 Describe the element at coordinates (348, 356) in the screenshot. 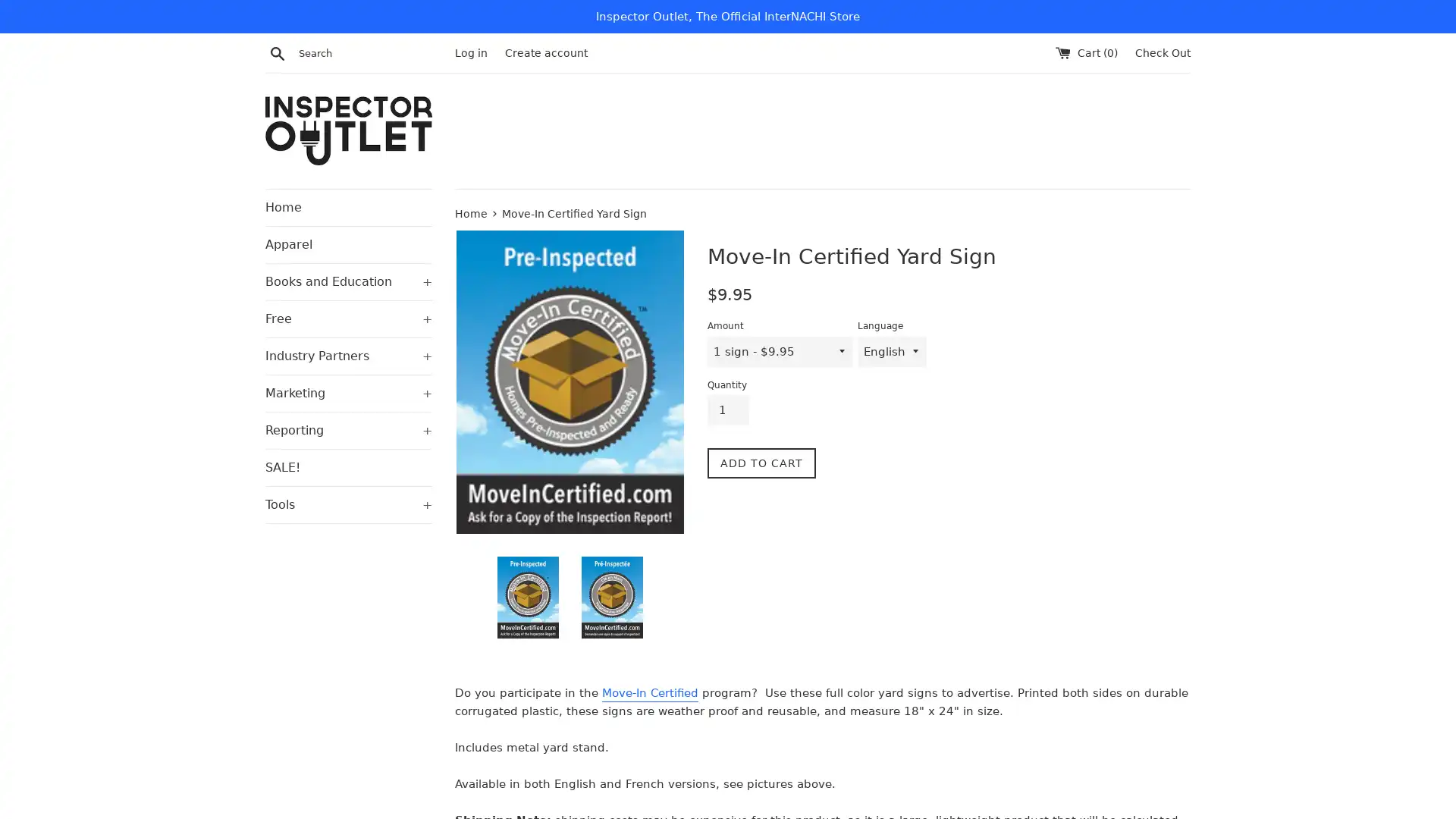

I see `Industry Partners +` at that location.